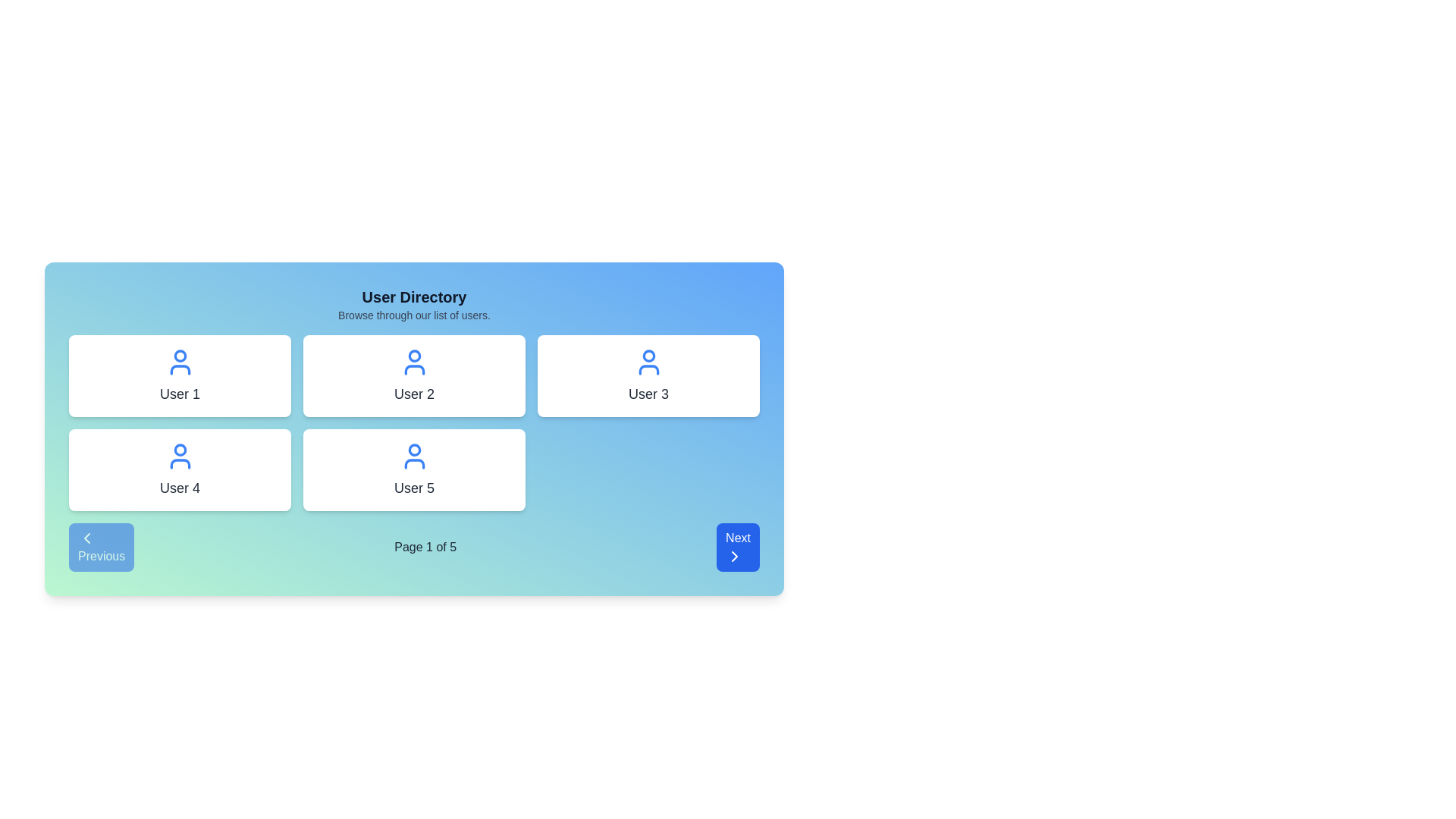 Image resolution: width=1456 pixels, height=819 pixels. What do you see at coordinates (414, 297) in the screenshot?
I see `the 'User Directory' text header, which is styled with bold, extra-large black font on a light blue gradient background, located at the top center of the User Directory section` at bounding box center [414, 297].